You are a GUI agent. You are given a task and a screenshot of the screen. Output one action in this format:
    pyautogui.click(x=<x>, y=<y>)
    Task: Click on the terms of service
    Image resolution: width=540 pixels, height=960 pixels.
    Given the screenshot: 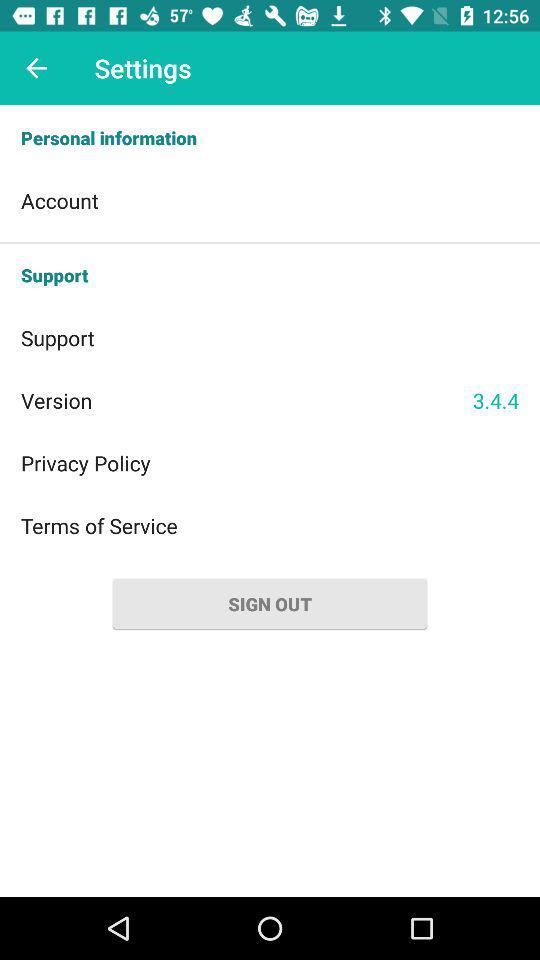 What is the action you would take?
    pyautogui.click(x=270, y=524)
    